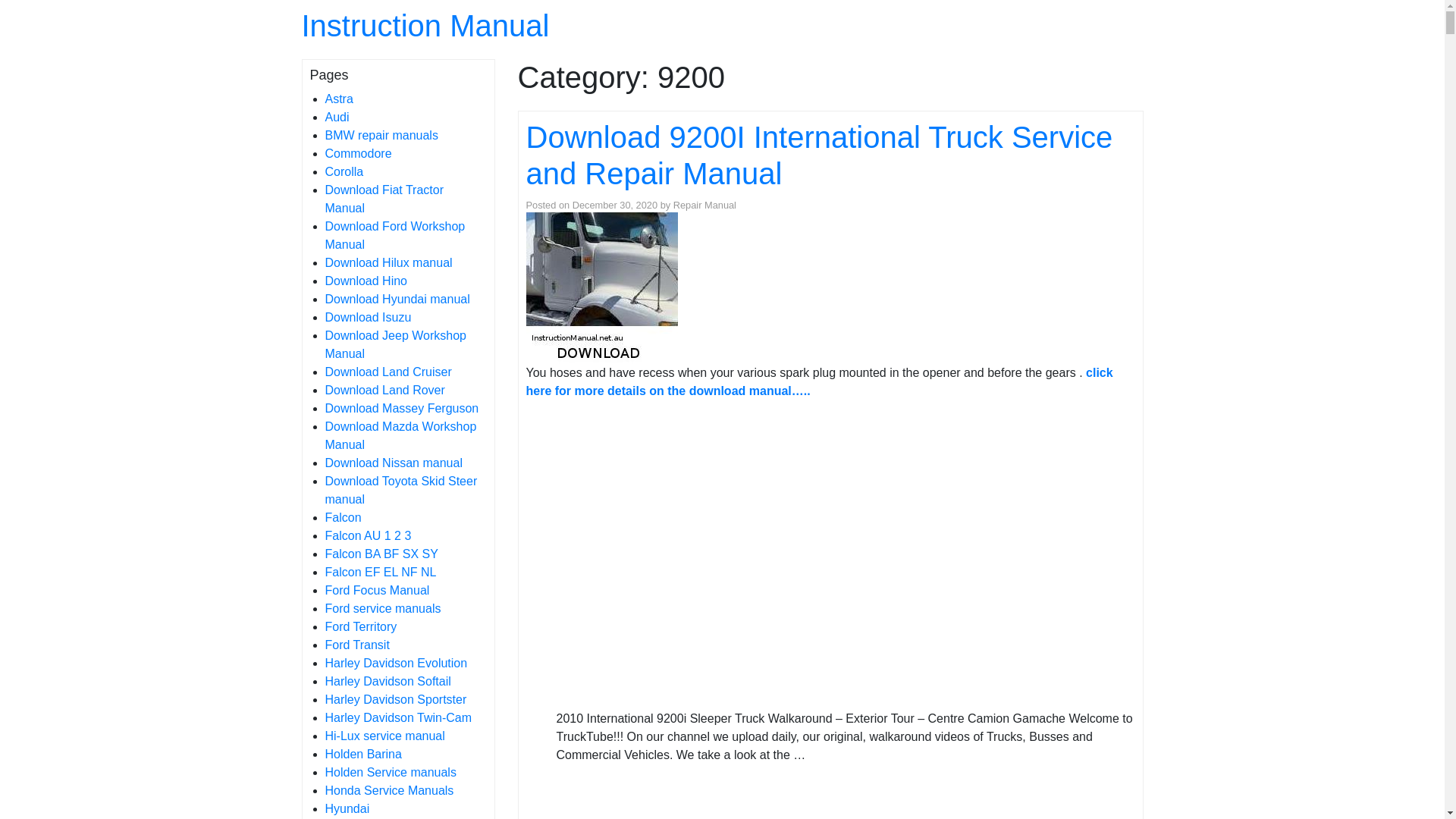 The height and width of the screenshot is (819, 1456). I want to click on 'Hi-Lux service manual', so click(384, 735).